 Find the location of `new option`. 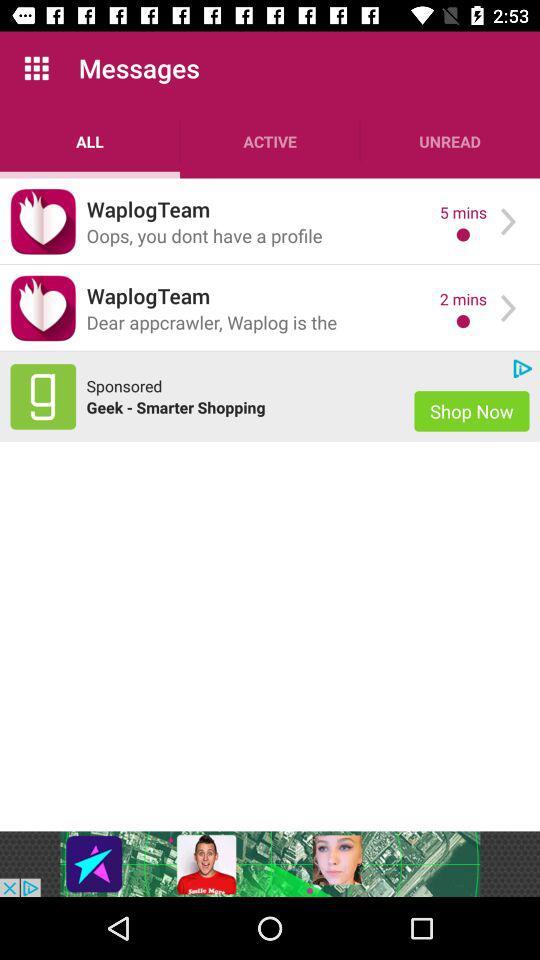

new option is located at coordinates (43, 395).